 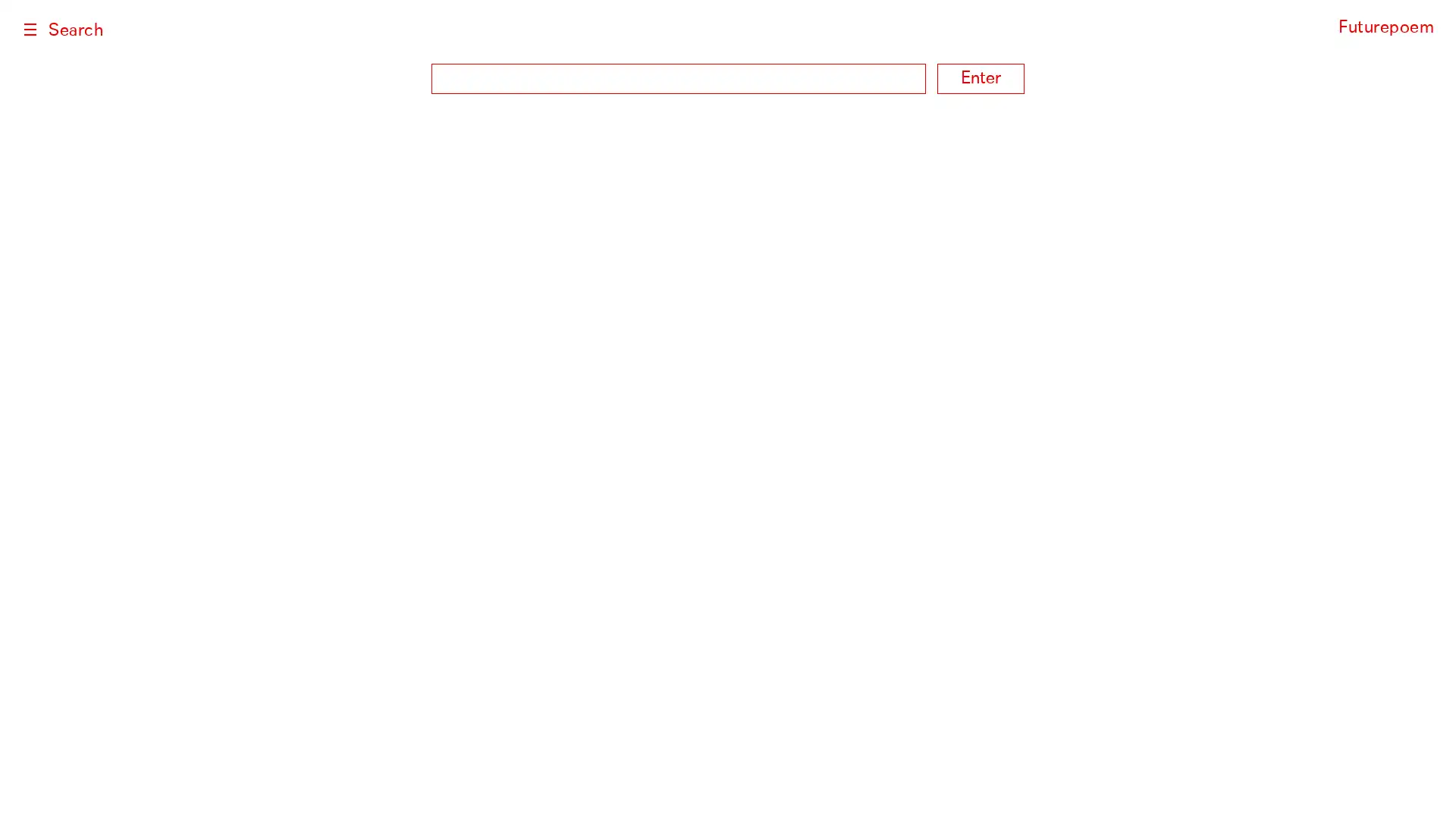 What do you see at coordinates (981, 79) in the screenshot?
I see `Enter` at bounding box center [981, 79].